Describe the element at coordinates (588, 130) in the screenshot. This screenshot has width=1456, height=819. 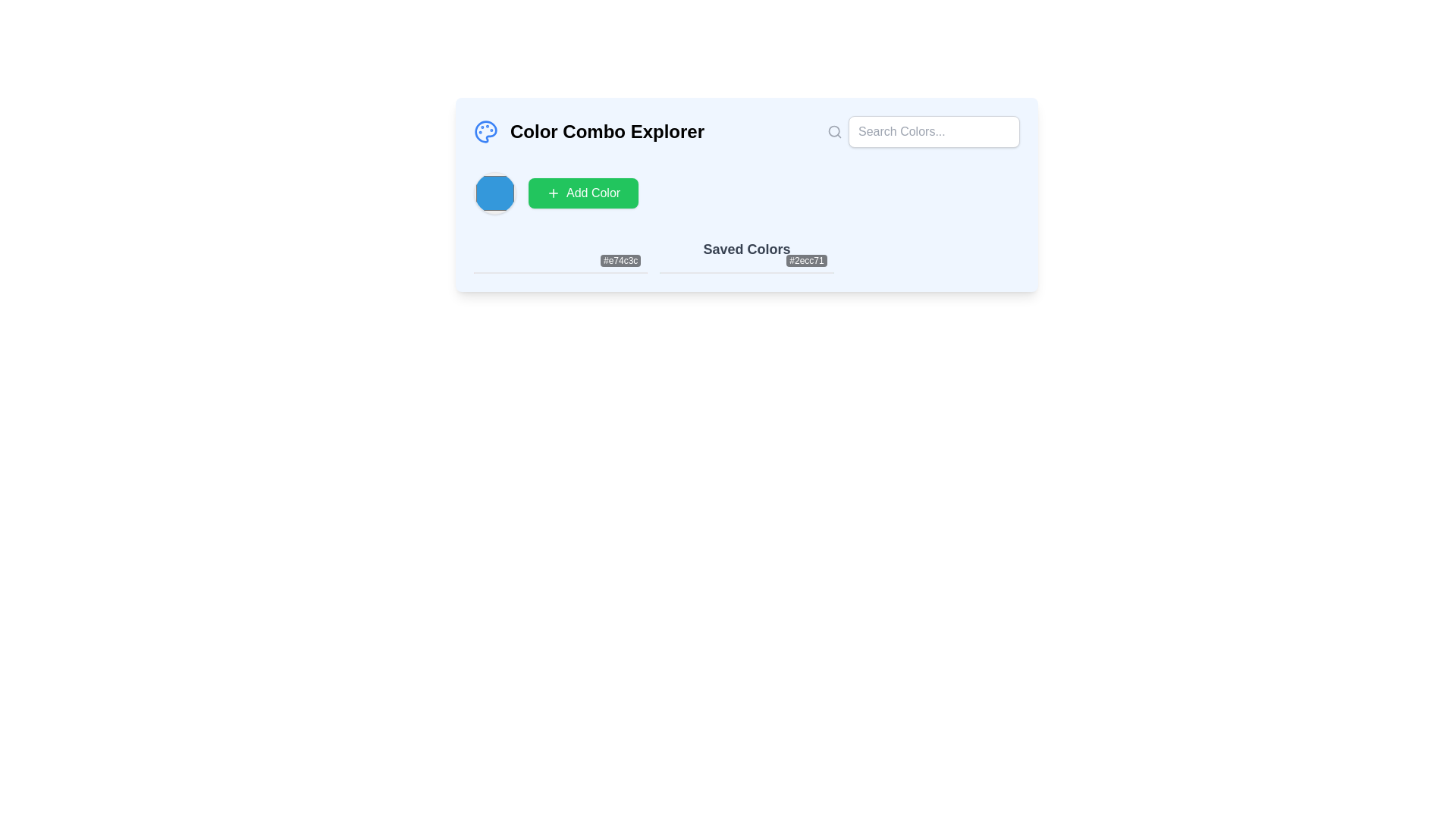
I see `the Header element which has an icon and text, located near the top-left corner of the interface, to use the adjacent elements such as the search bar and buttons` at that location.